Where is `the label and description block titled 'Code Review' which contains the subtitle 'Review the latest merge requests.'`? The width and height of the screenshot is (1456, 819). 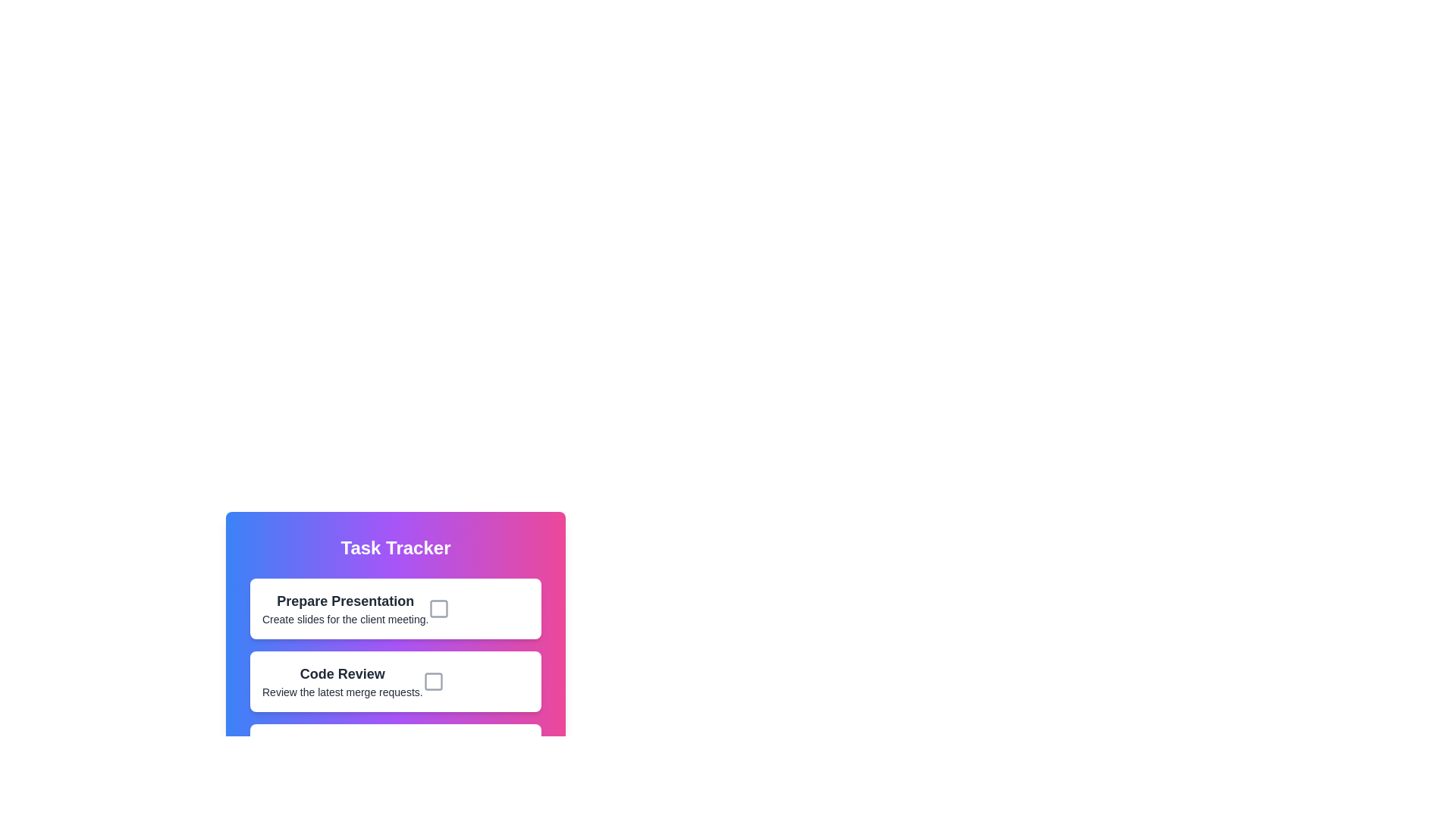
the label and description block titled 'Code Review' which contains the subtitle 'Review the latest merge requests.' is located at coordinates (341, 680).